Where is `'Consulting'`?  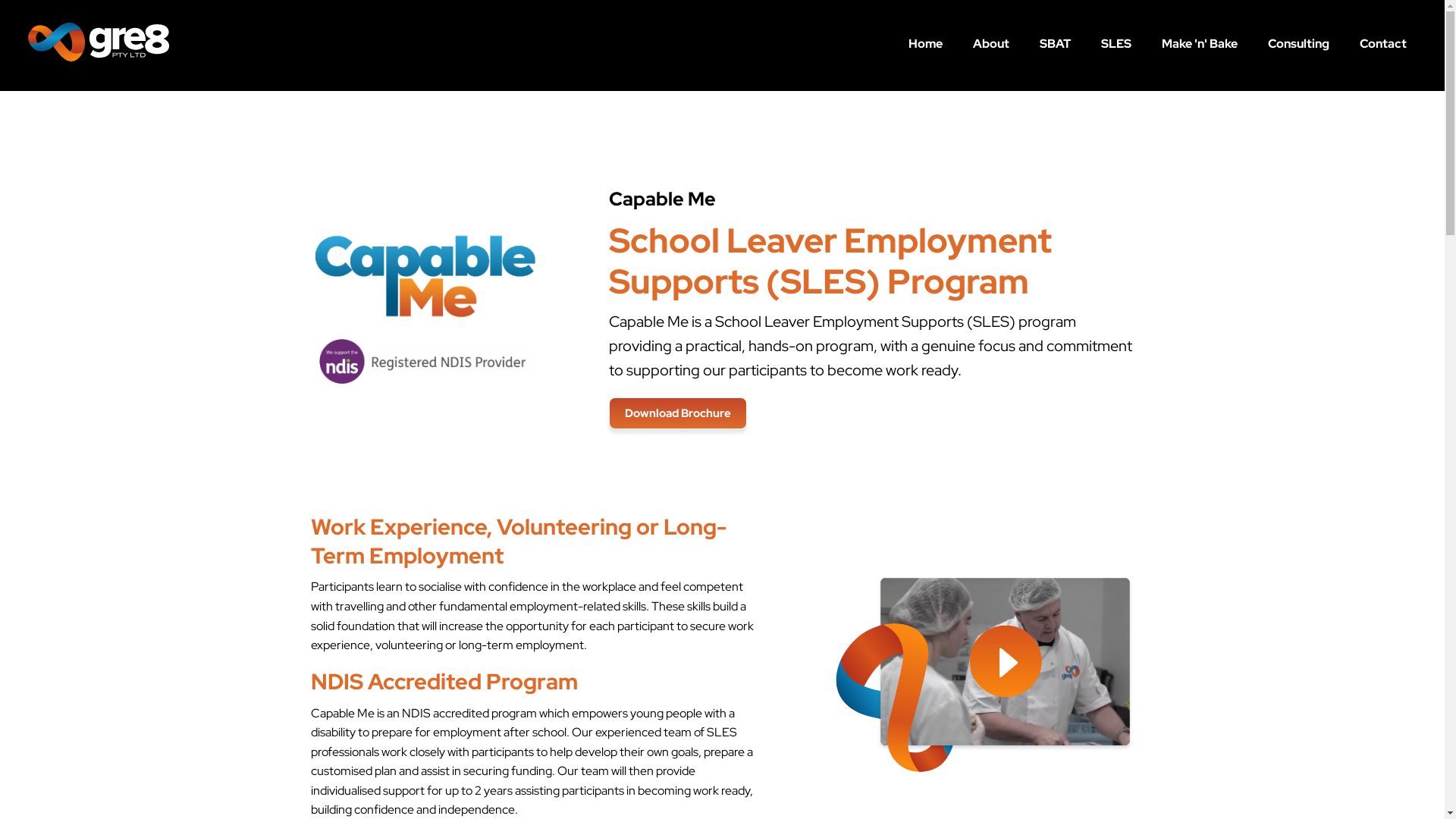 'Consulting' is located at coordinates (1298, 42).